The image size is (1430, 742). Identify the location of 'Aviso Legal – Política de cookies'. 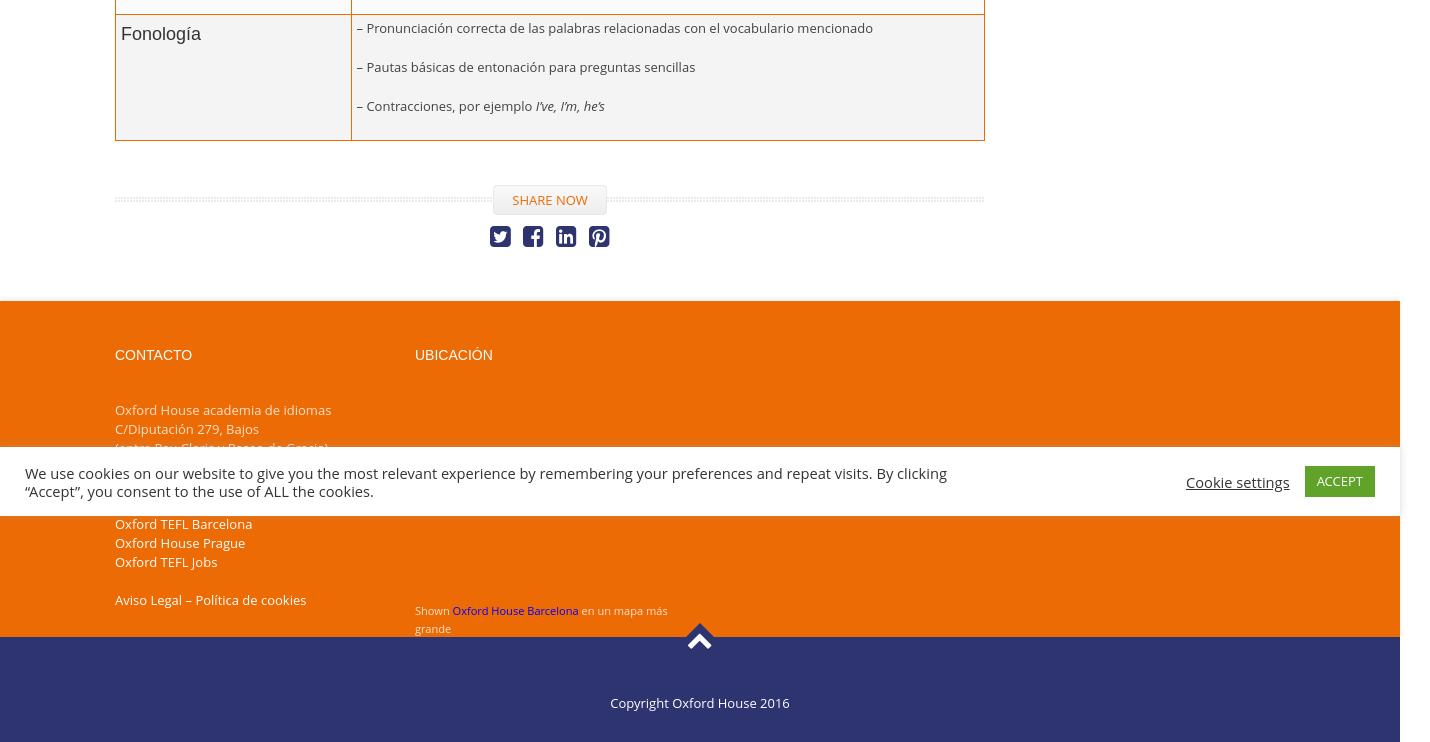
(209, 598).